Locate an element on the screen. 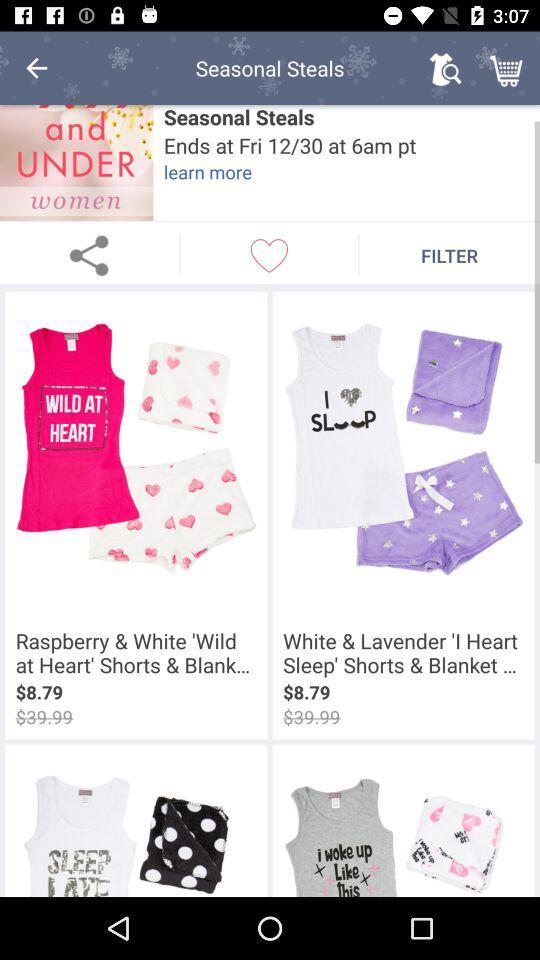 This screenshot has height=960, width=540. social media option is located at coordinates (88, 254).